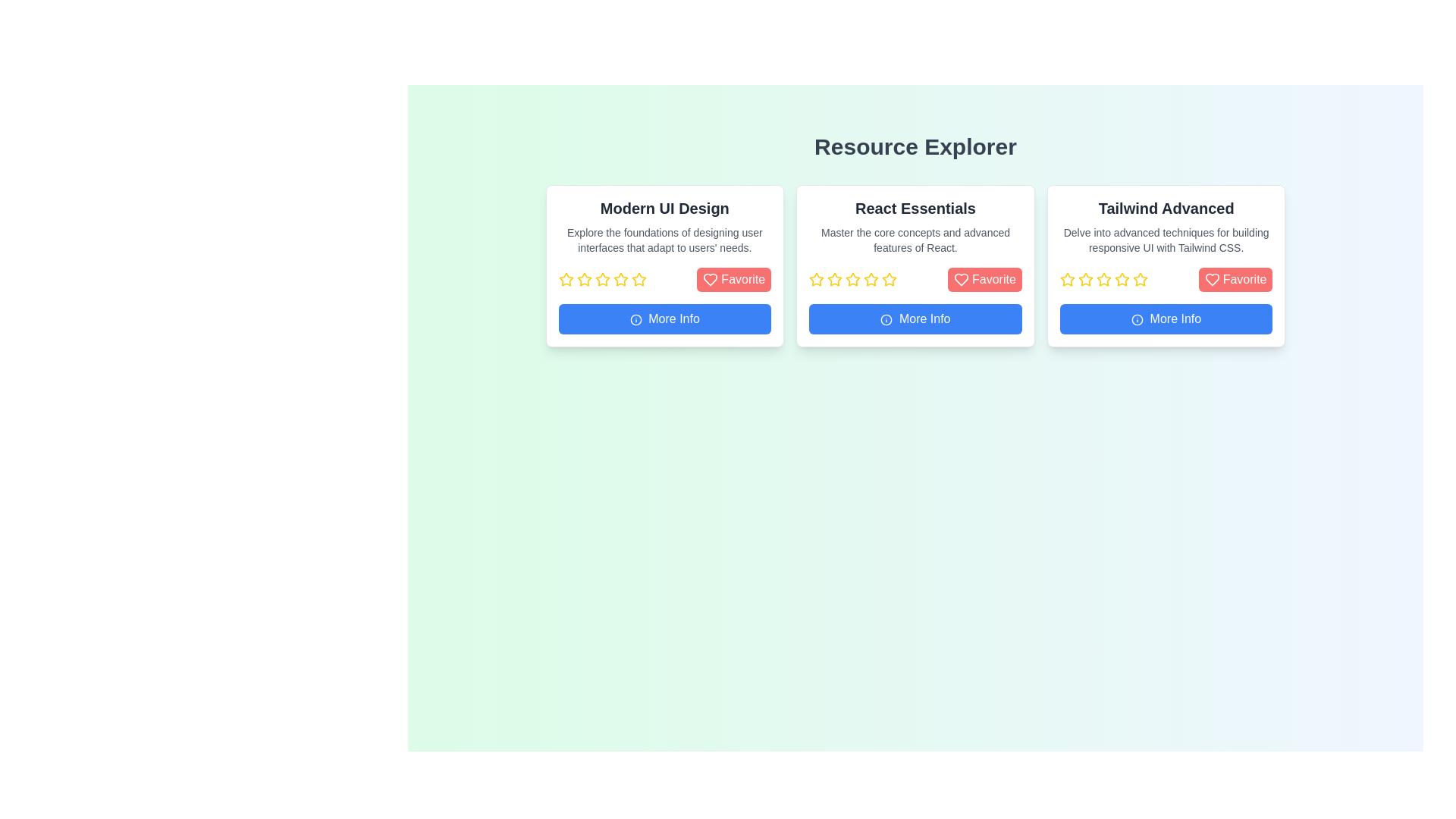  Describe the element at coordinates (1137, 318) in the screenshot. I see `the circular information icon with a 10-pixel radius located within the 'More Info' button of the 'Tailwind Advanced' card` at that location.